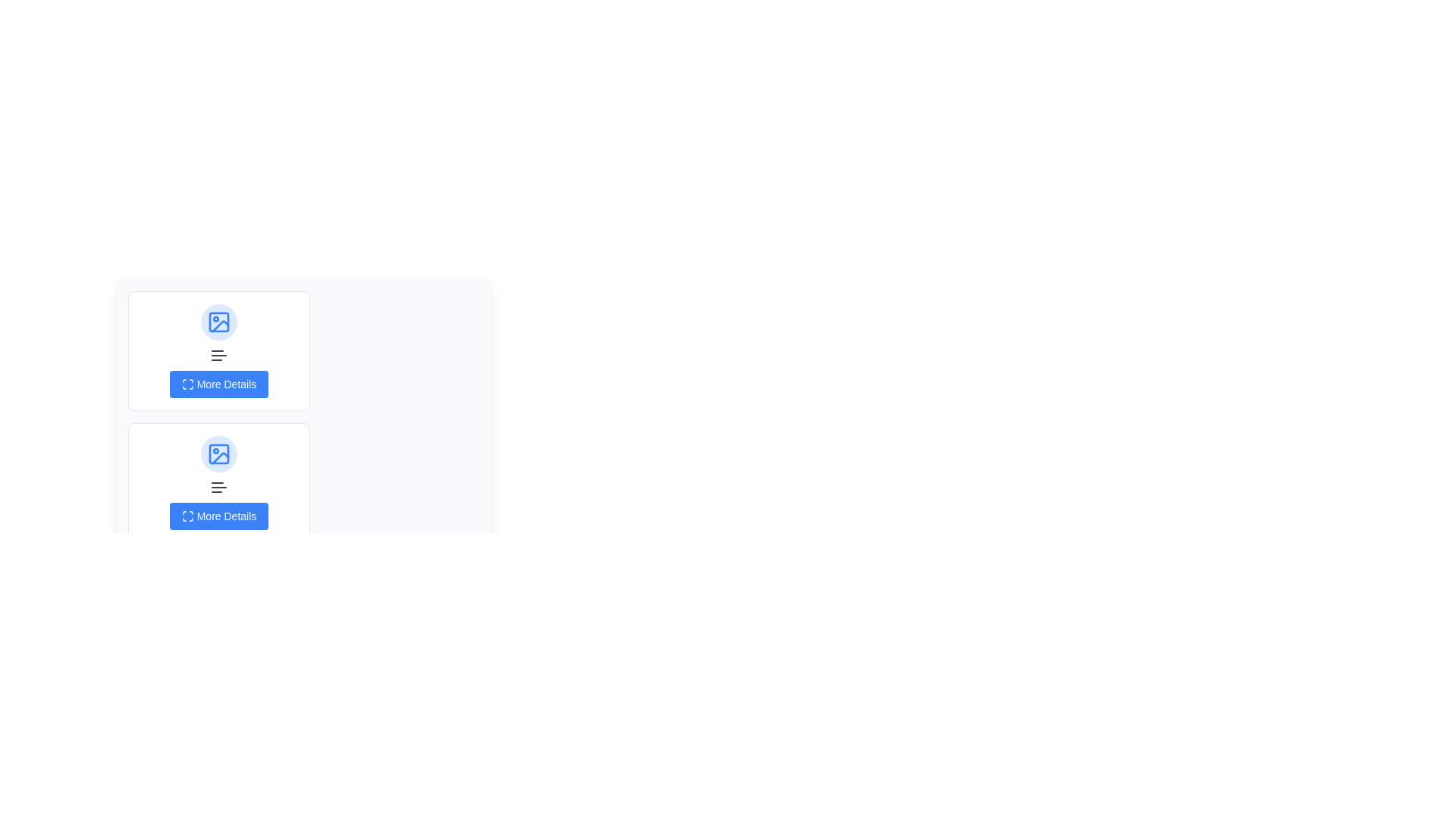  What do you see at coordinates (218, 488) in the screenshot?
I see `the list icon, which is represented by three horizontal lines in a light text color, located in the lower card above the 'More Details' button` at bounding box center [218, 488].